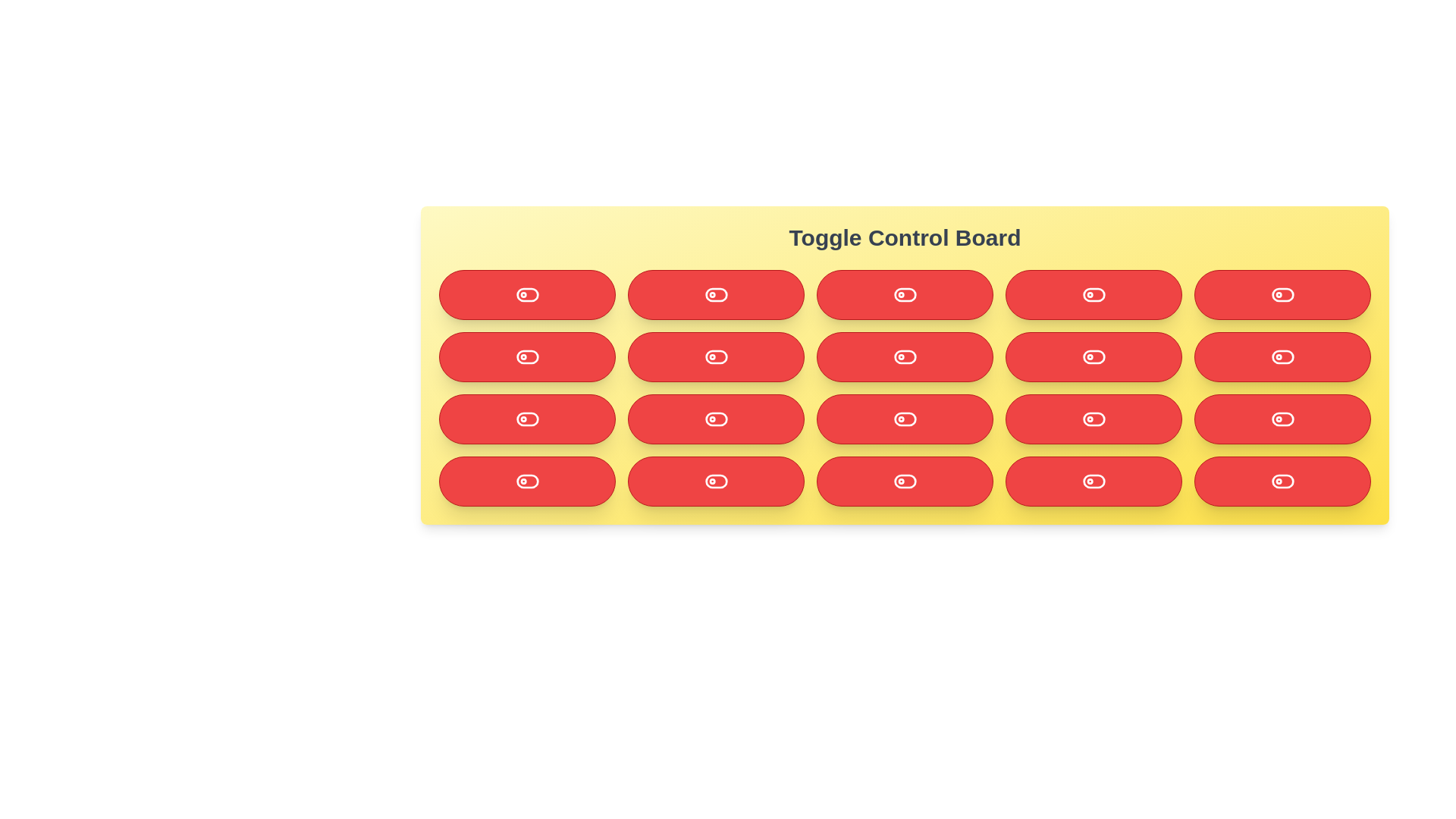 This screenshot has width=1456, height=819. Describe the element at coordinates (905, 237) in the screenshot. I see `the header text 'Toggle Control Board' and copy it to the clipboard` at that location.